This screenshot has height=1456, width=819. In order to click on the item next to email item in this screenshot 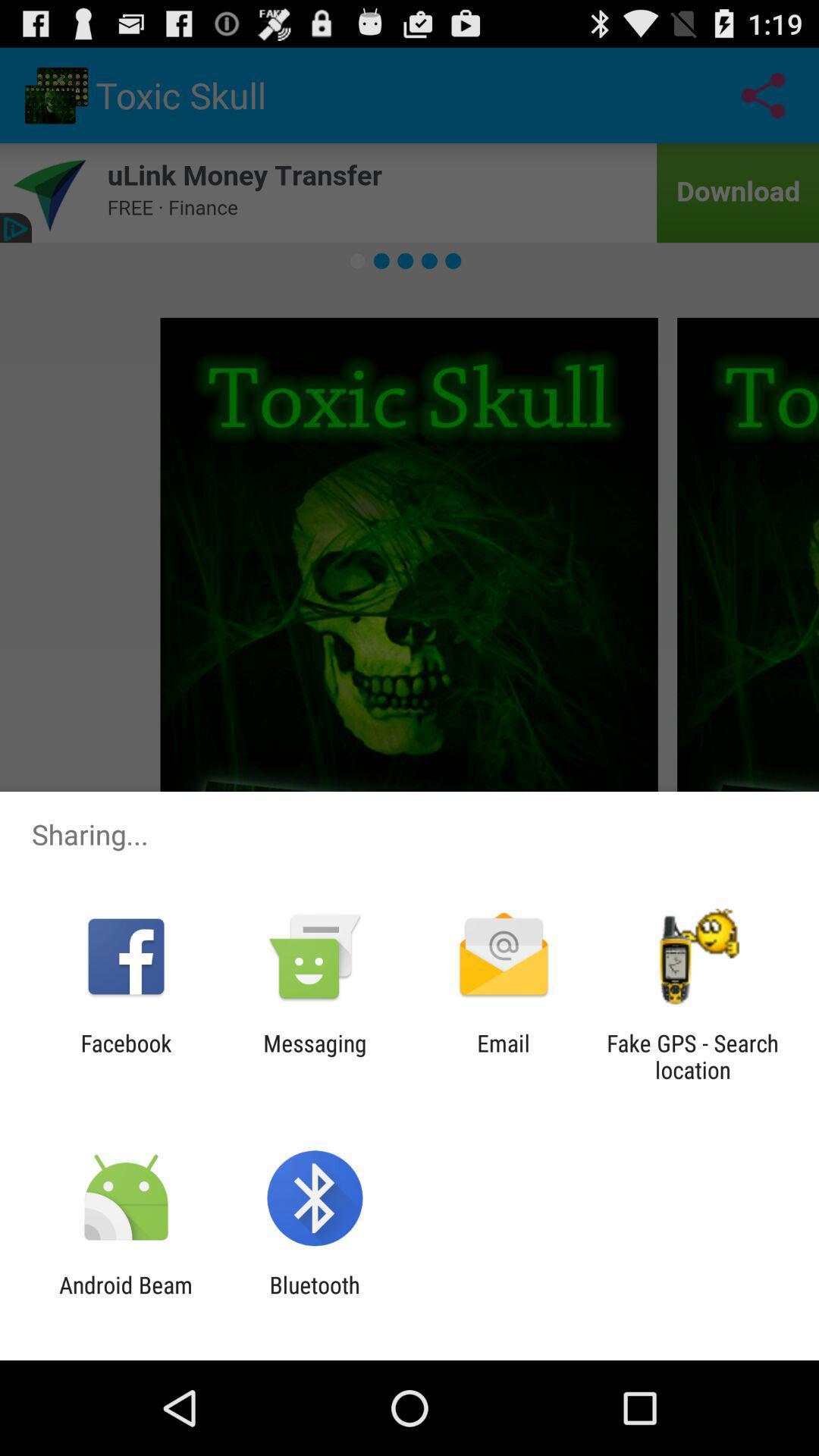, I will do `click(692, 1056)`.